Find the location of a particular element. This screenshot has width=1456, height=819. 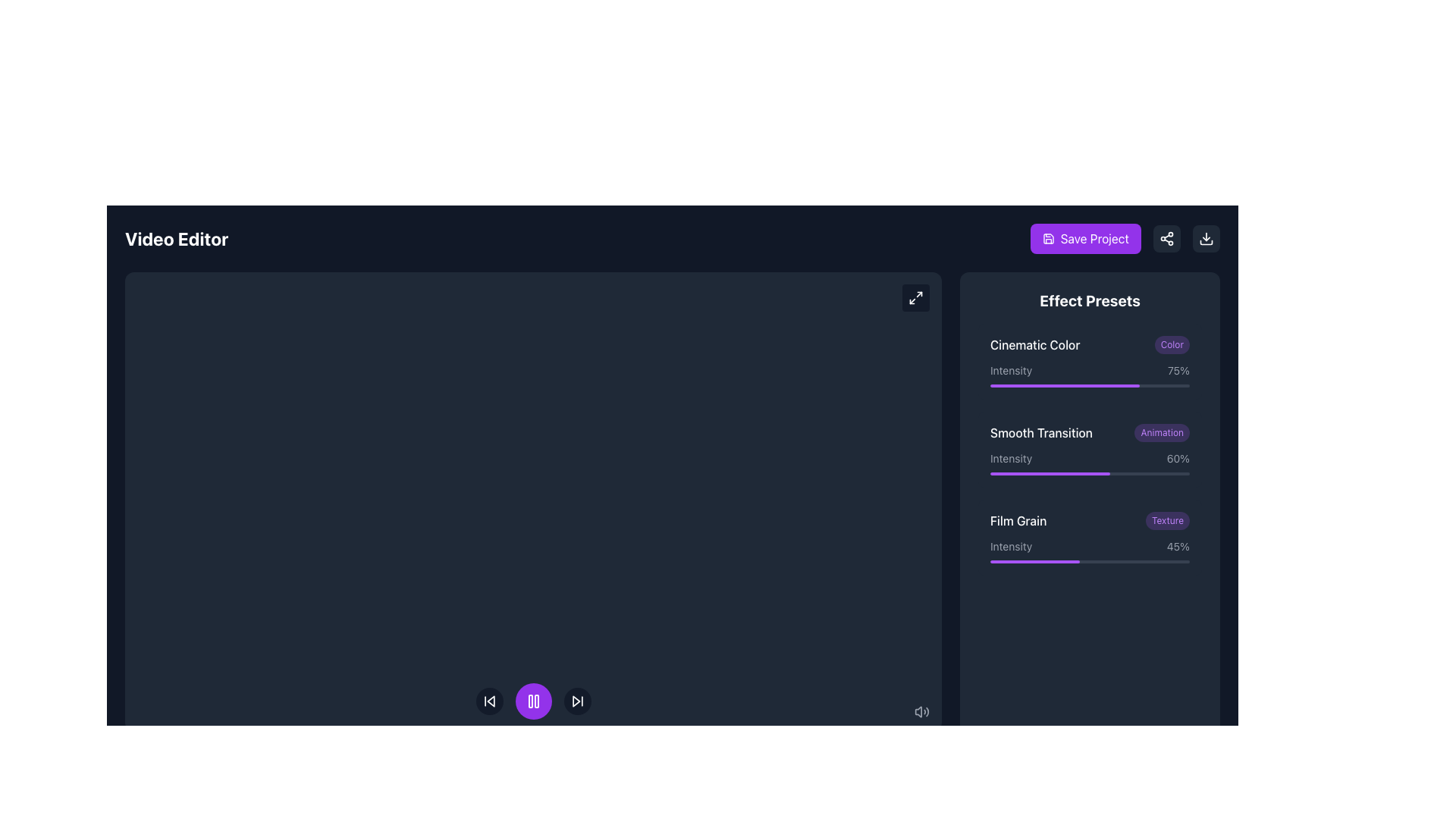

the purple progress bar indicator within the 'Smooth Transition' progress bar in the 'Effect Presets' section, located below the 'Intensity' label is located at coordinates (1064, 385).